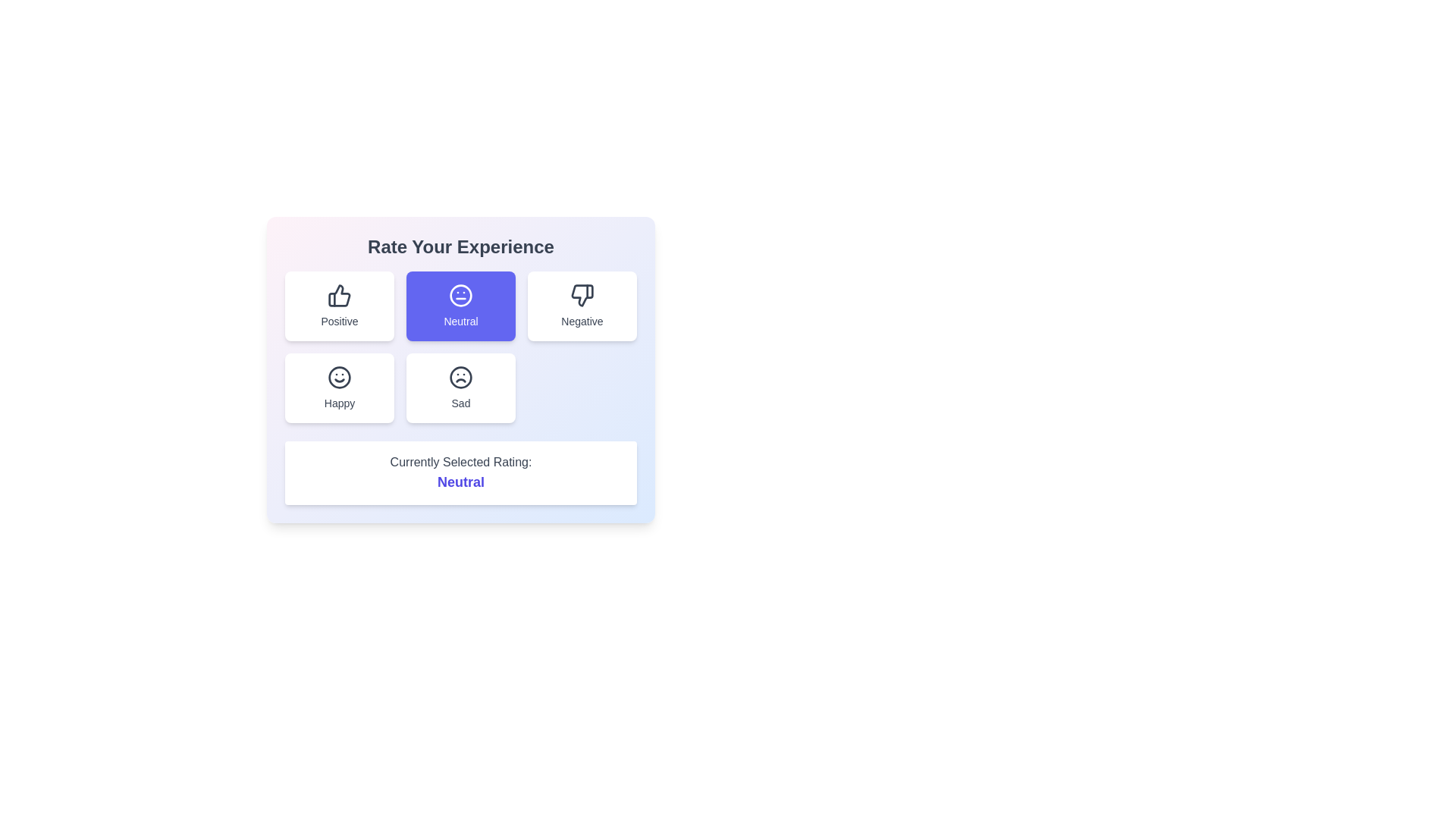  Describe the element at coordinates (460, 306) in the screenshot. I see `the Neutral button to change the selected rating` at that location.